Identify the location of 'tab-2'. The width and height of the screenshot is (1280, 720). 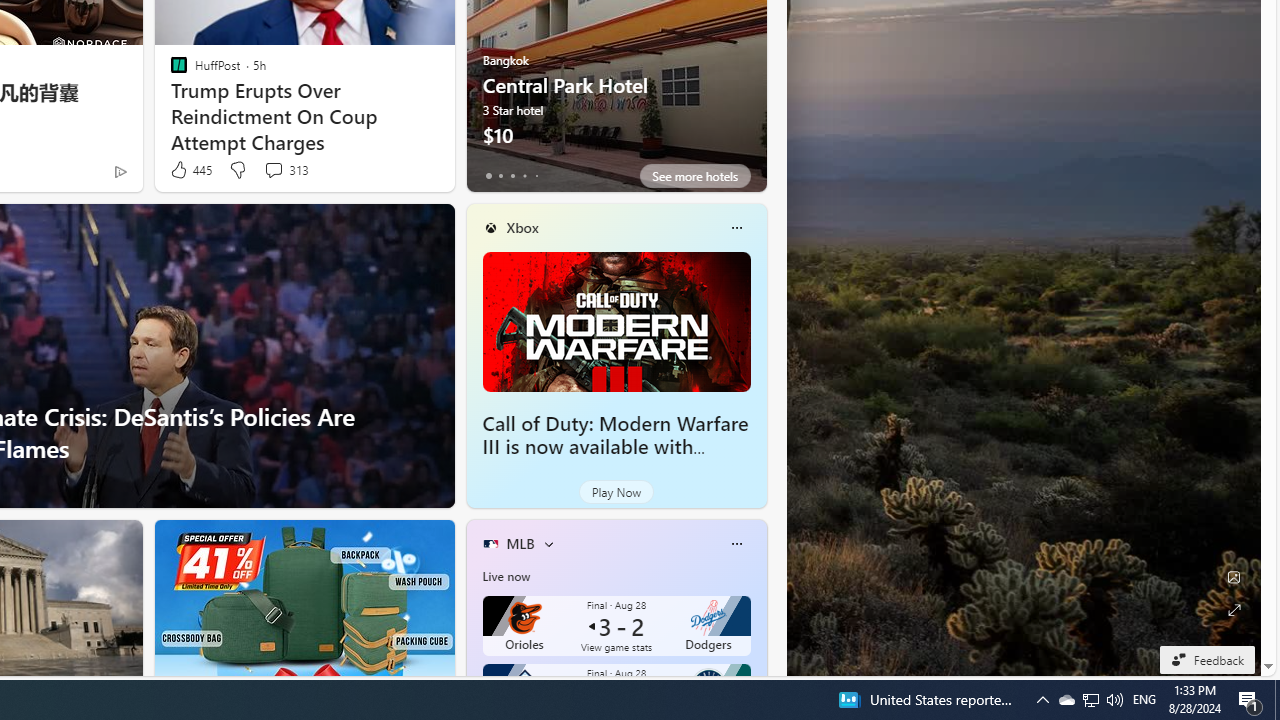
(512, 175).